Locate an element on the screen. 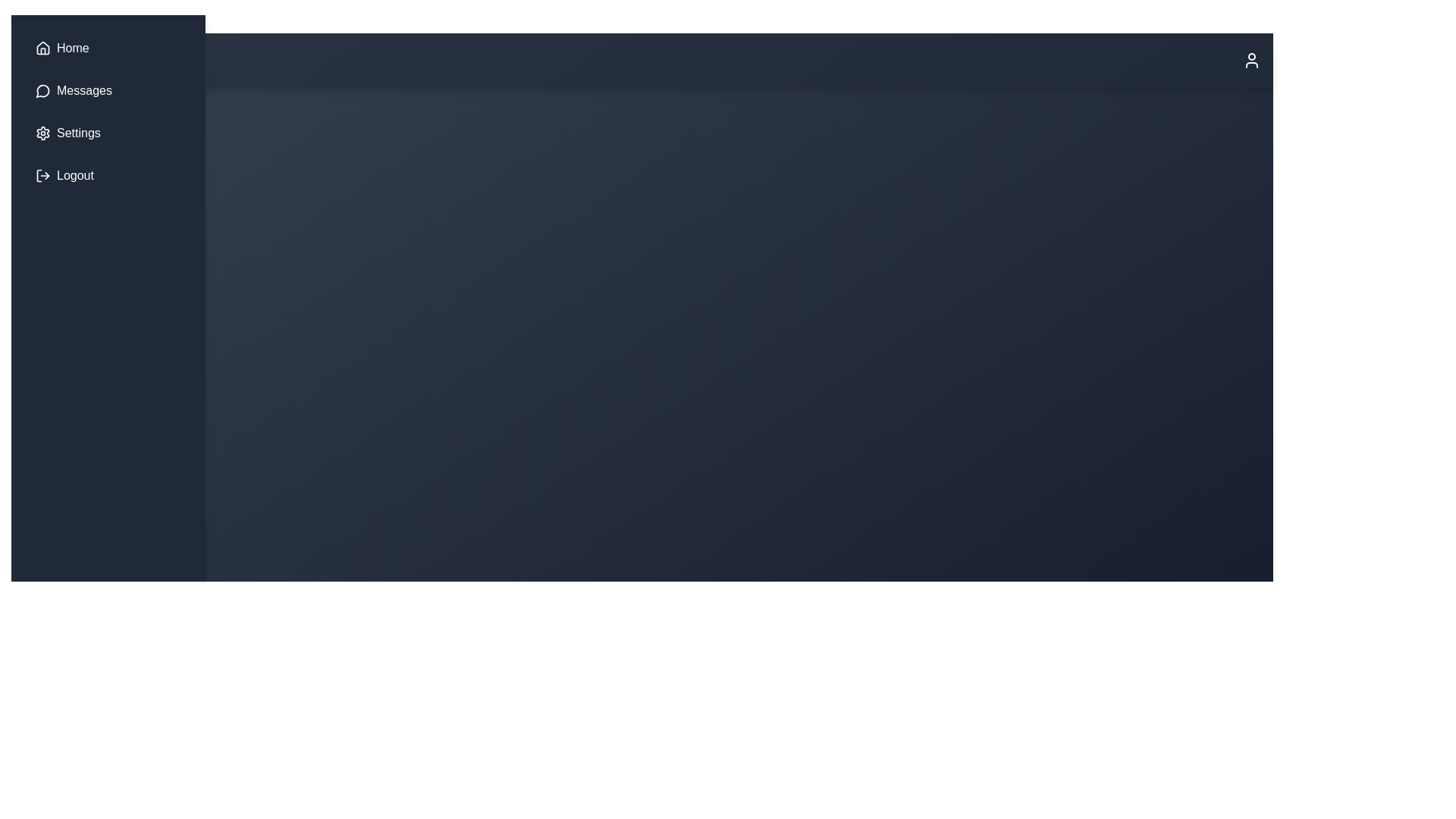  the menu button to toggle the menu visibility is located at coordinates (57, 60).